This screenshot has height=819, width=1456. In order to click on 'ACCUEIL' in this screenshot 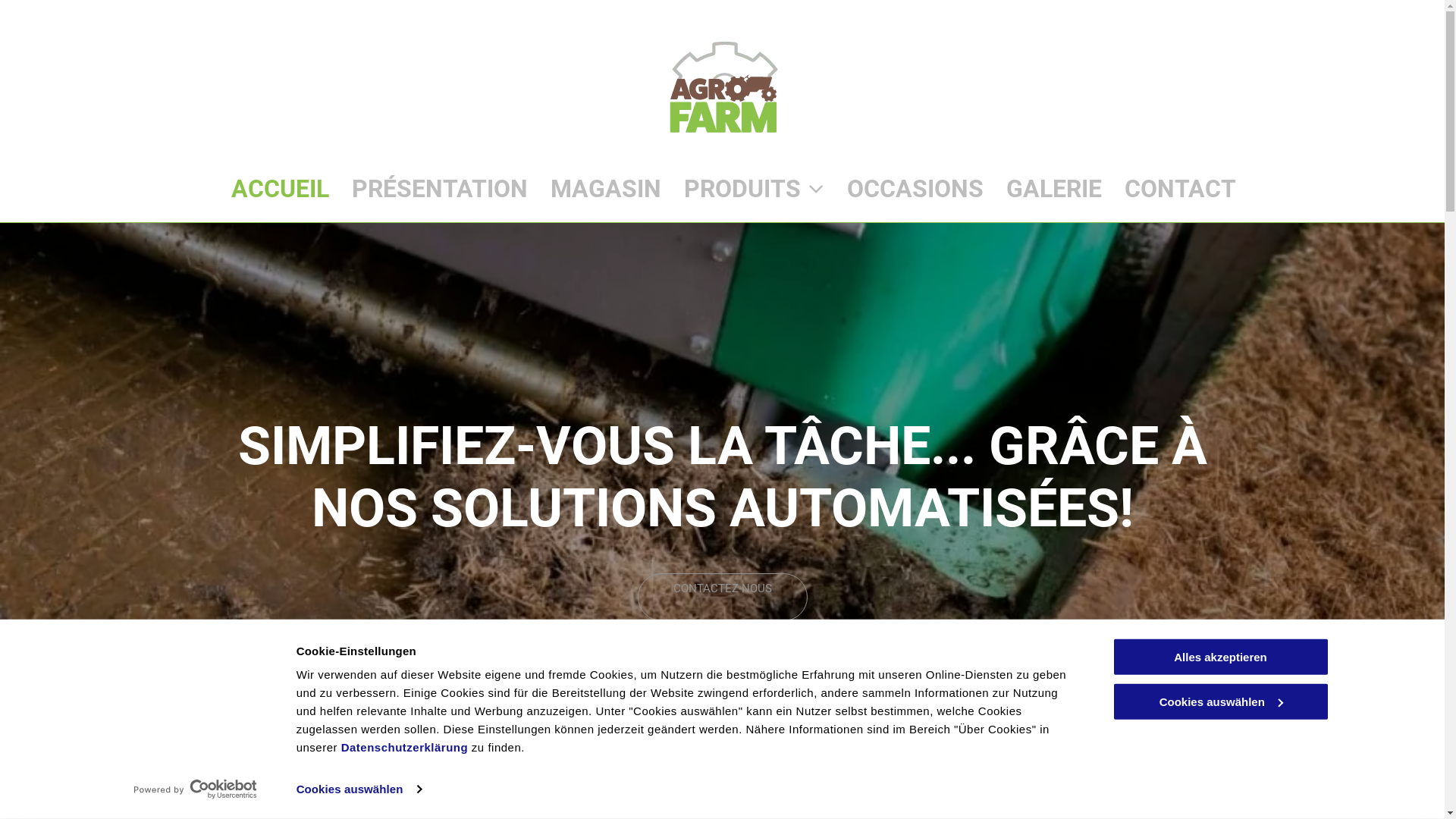, I will do `click(231, 188)`.